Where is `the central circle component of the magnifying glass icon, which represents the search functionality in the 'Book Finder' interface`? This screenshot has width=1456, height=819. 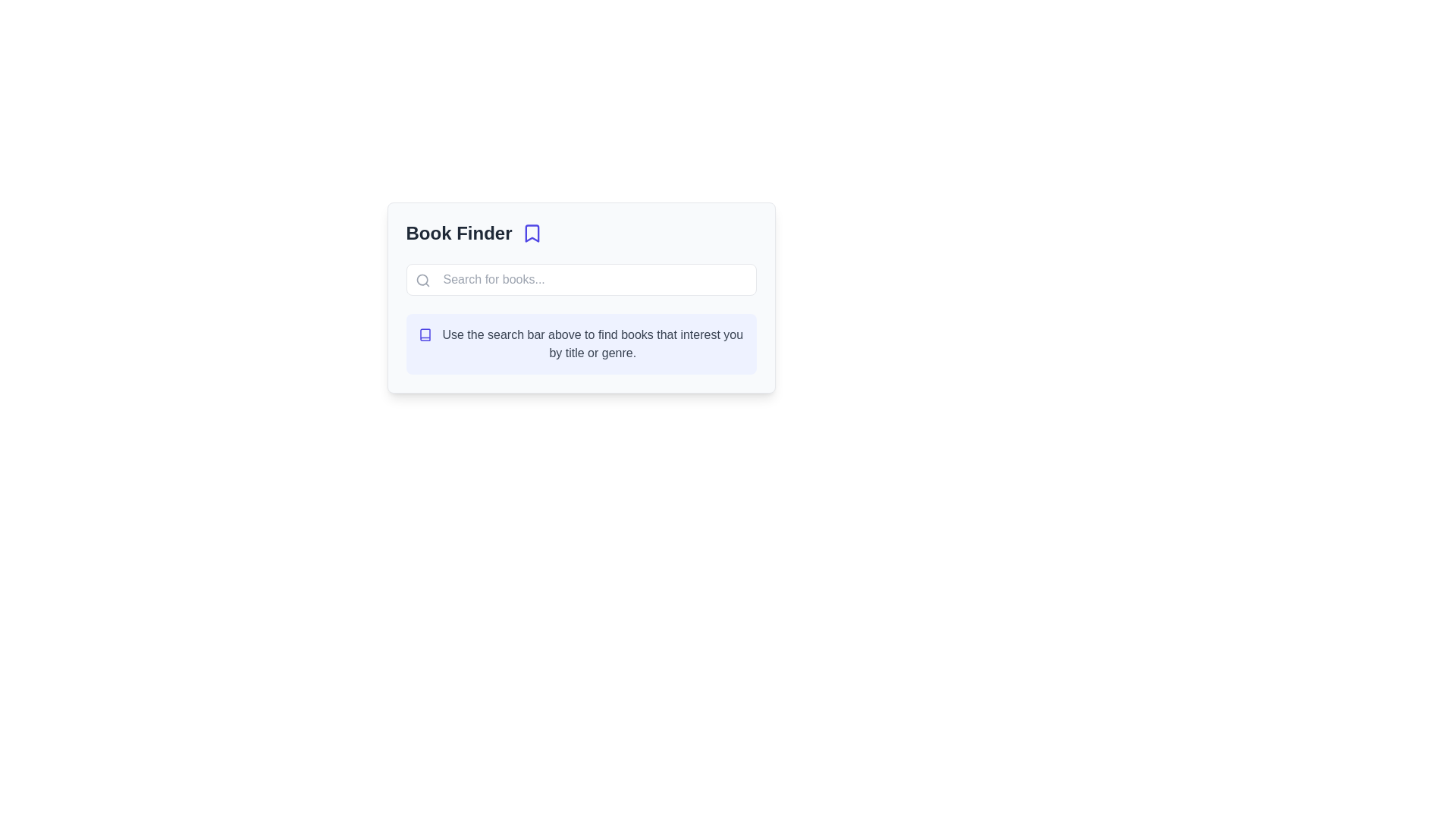
the central circle component of the magnifying glass icon, which represents the search functionality in the 'Book Finder' interface is located at coordinates (422, 280).